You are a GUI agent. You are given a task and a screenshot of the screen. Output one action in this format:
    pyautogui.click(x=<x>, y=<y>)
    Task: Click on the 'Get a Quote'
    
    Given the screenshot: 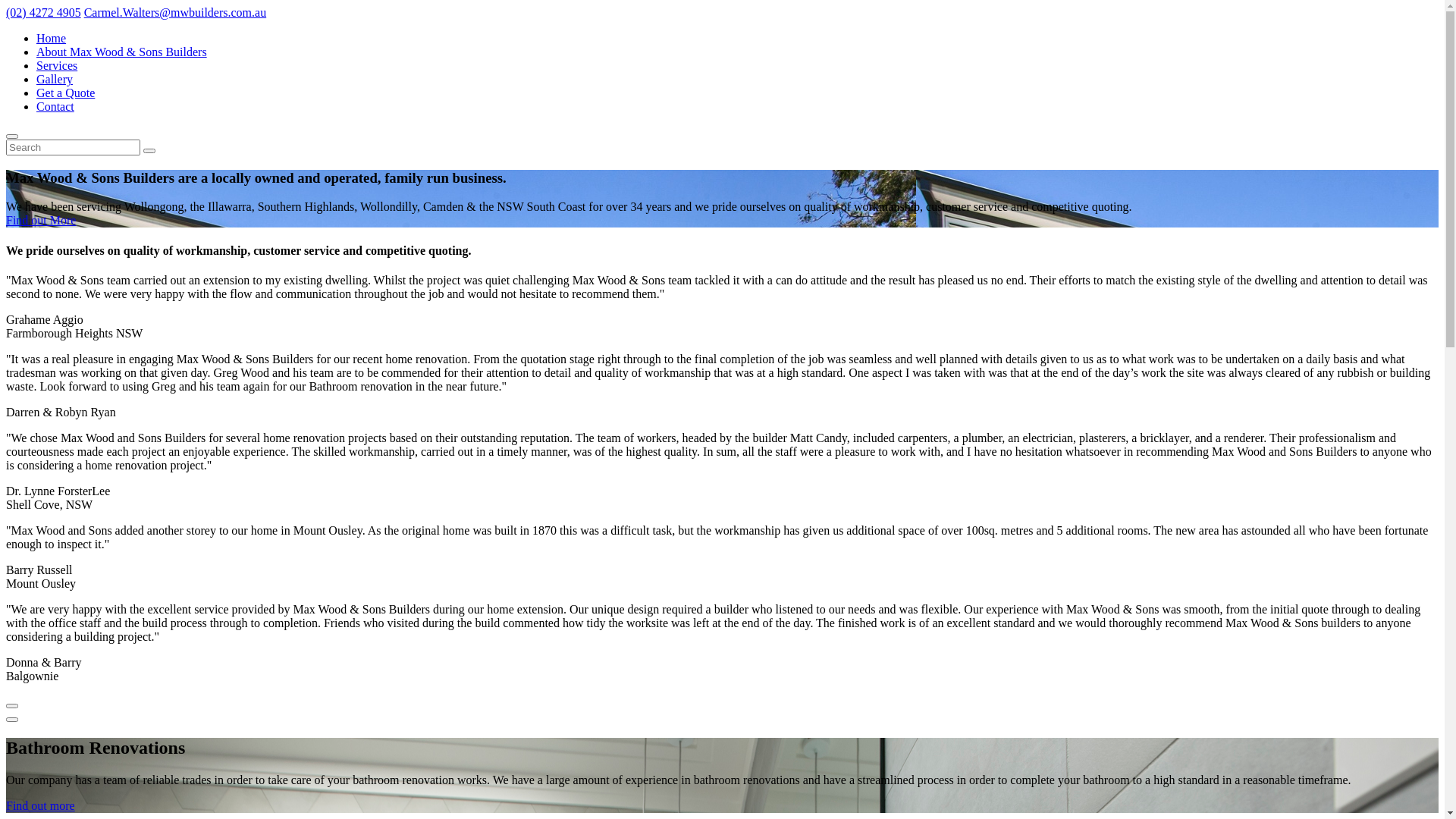 What is the action you would take?
    pyautogui.click(x=36, y=93)
    